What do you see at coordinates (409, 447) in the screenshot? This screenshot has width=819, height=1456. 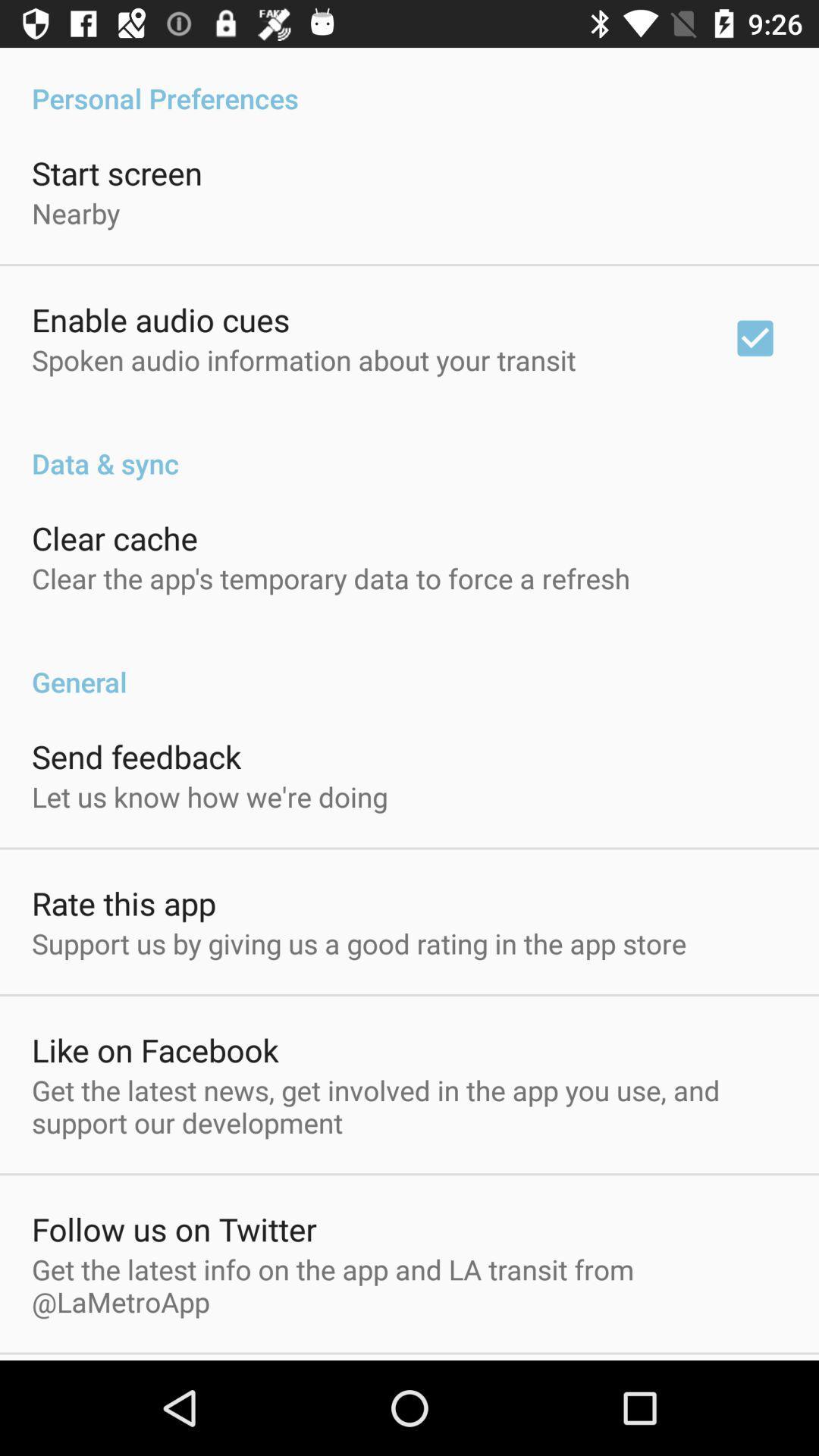 I see `data & sync app` at bounding box center [409, 447].